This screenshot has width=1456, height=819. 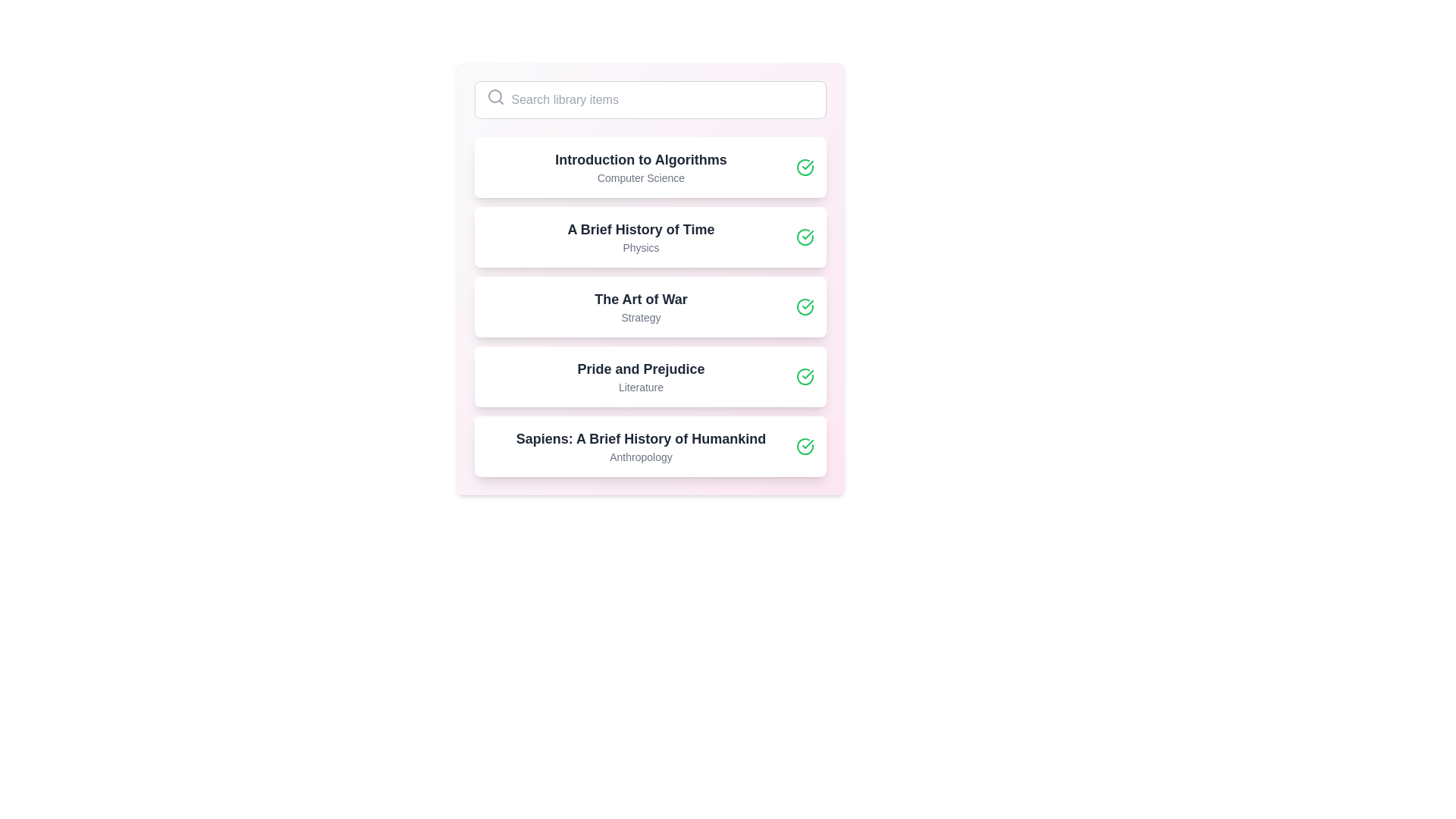 I want to click on the green checkmark icon in the top-right corner of the 'Introduction to Algorithms' card, which indicates a successful action, so click(x=804, y=167).